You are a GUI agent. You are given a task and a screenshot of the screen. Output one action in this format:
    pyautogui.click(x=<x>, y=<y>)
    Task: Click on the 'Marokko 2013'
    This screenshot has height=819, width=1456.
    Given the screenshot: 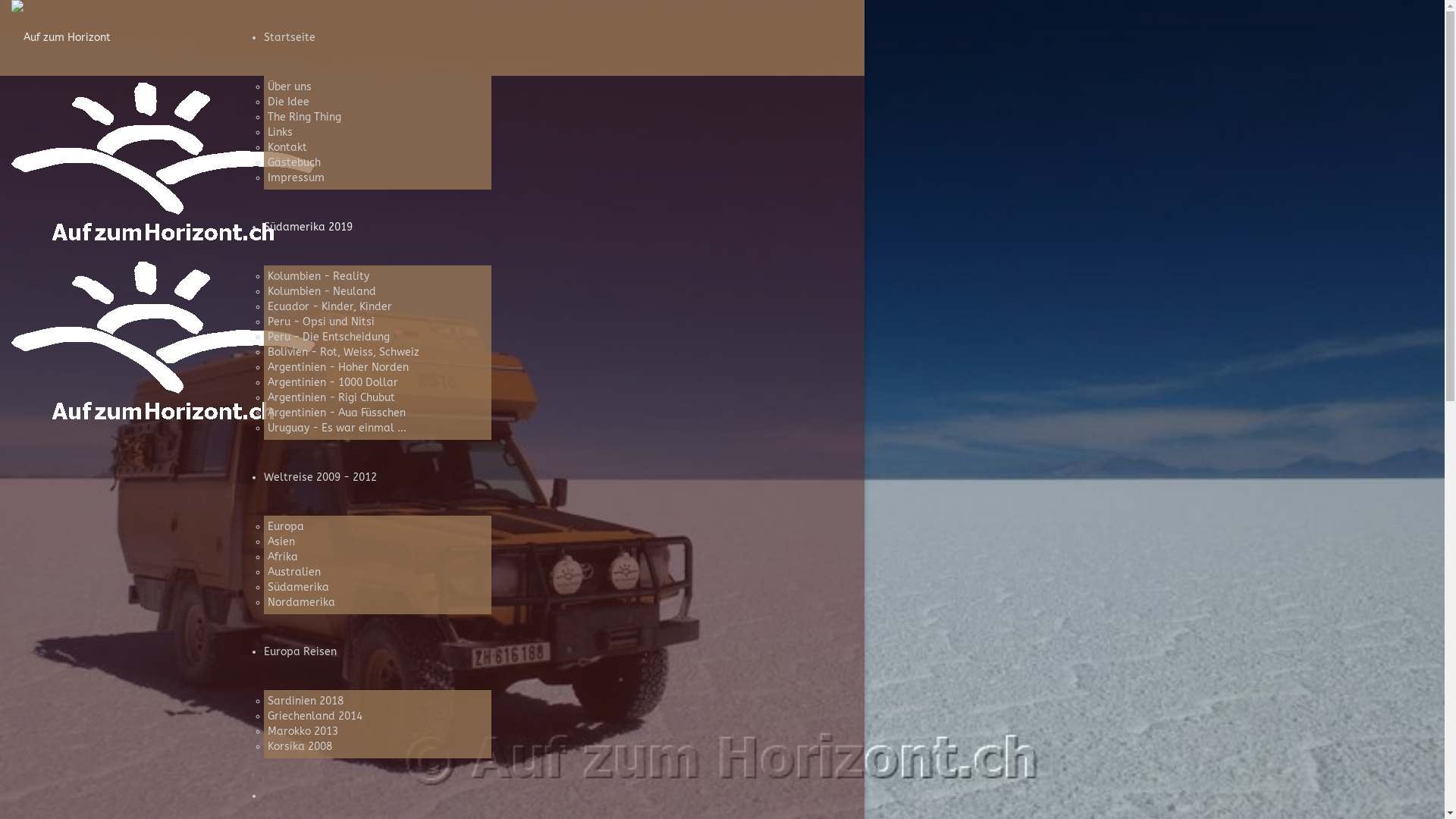 What is the action you would take?
    pyautogui.click(x=302, y=730)
    